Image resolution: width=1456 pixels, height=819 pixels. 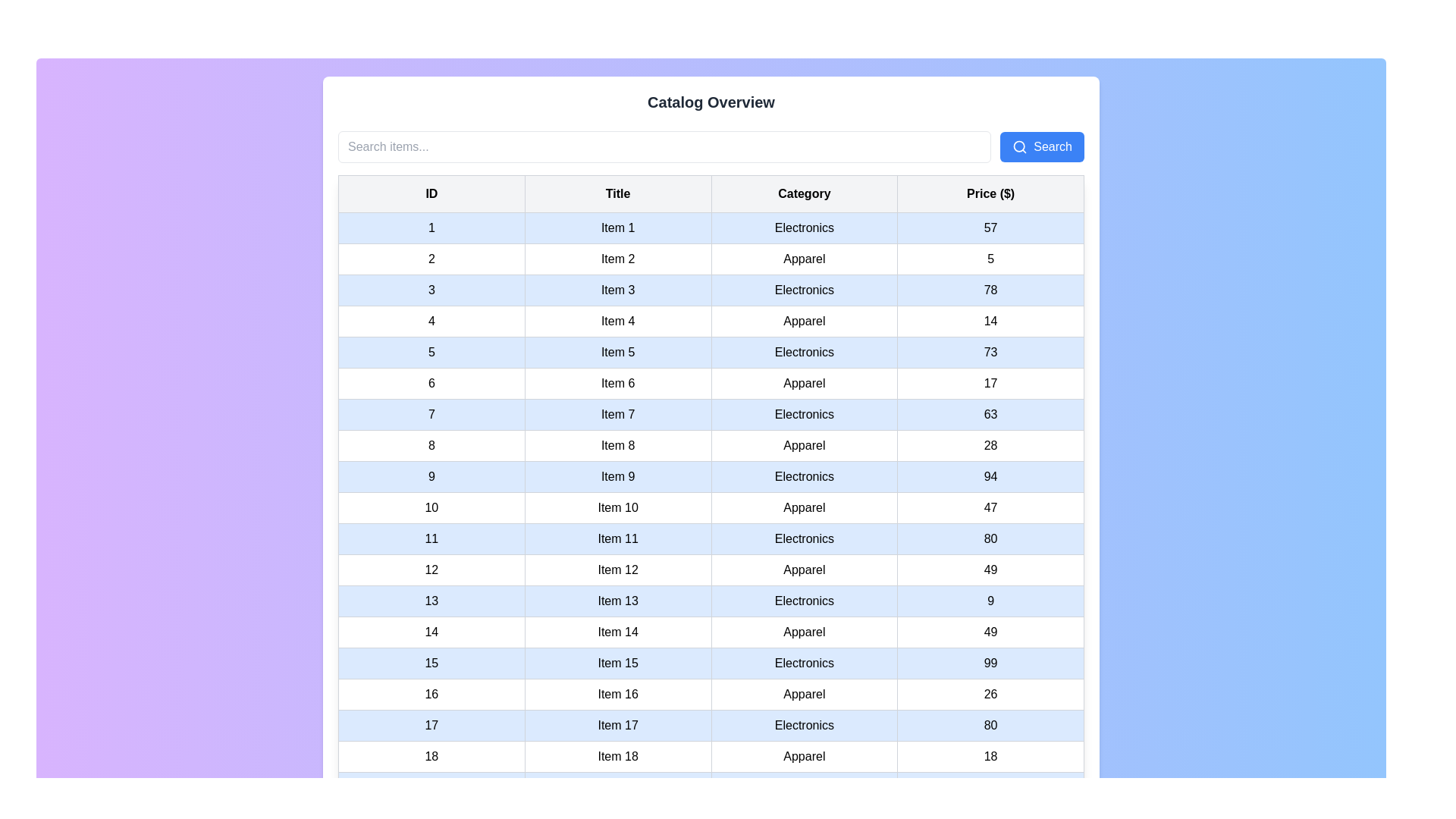 I want to click on the individual cells of the table row summarizing details for 'Item 9' in the 'Electronics' category, so click(x=710, y=475).